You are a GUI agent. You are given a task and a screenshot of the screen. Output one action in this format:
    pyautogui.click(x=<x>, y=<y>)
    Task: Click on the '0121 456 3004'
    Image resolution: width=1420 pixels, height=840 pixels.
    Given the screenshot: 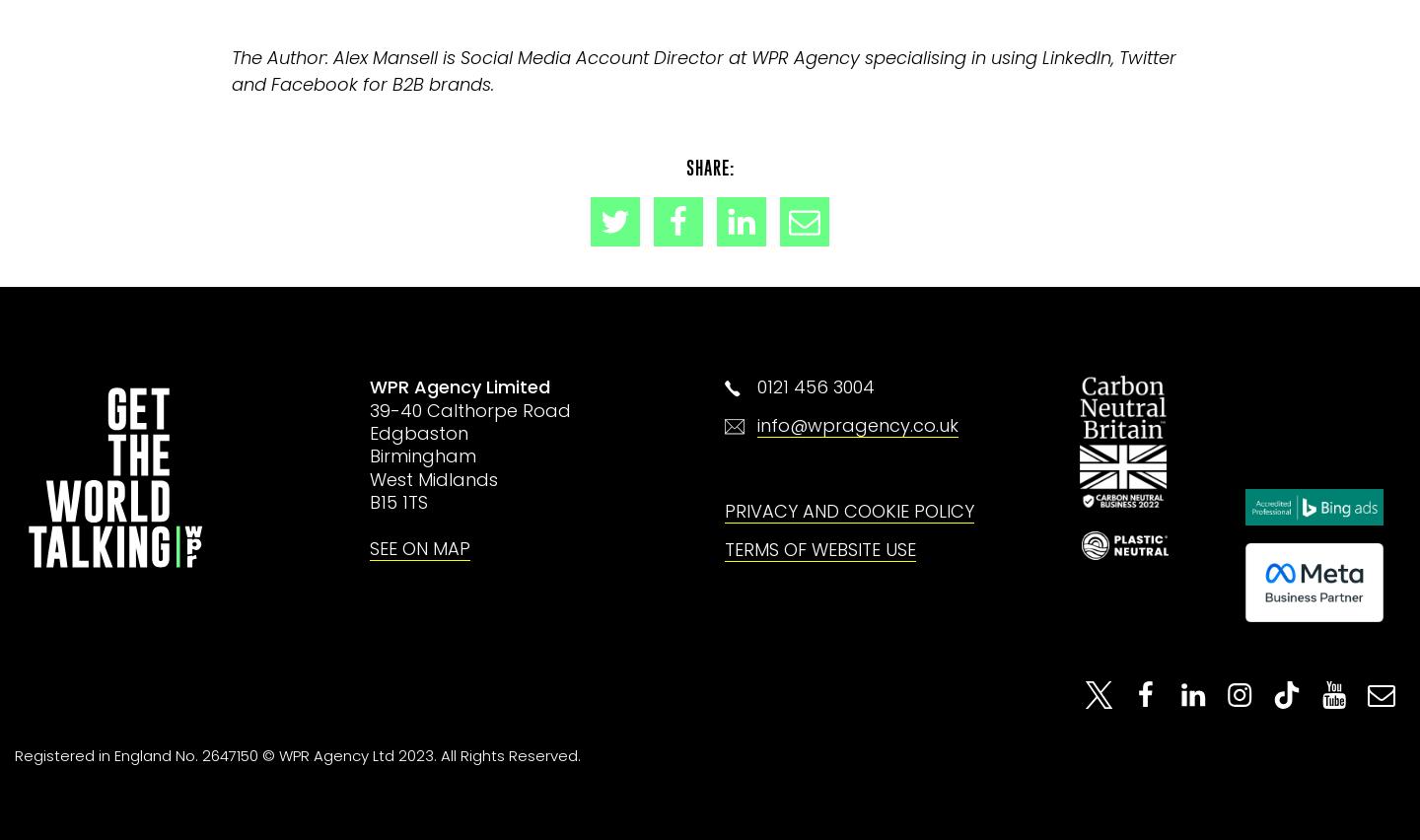 What is the action you would take?
    pyautogui.click(x=816, y=386)
    